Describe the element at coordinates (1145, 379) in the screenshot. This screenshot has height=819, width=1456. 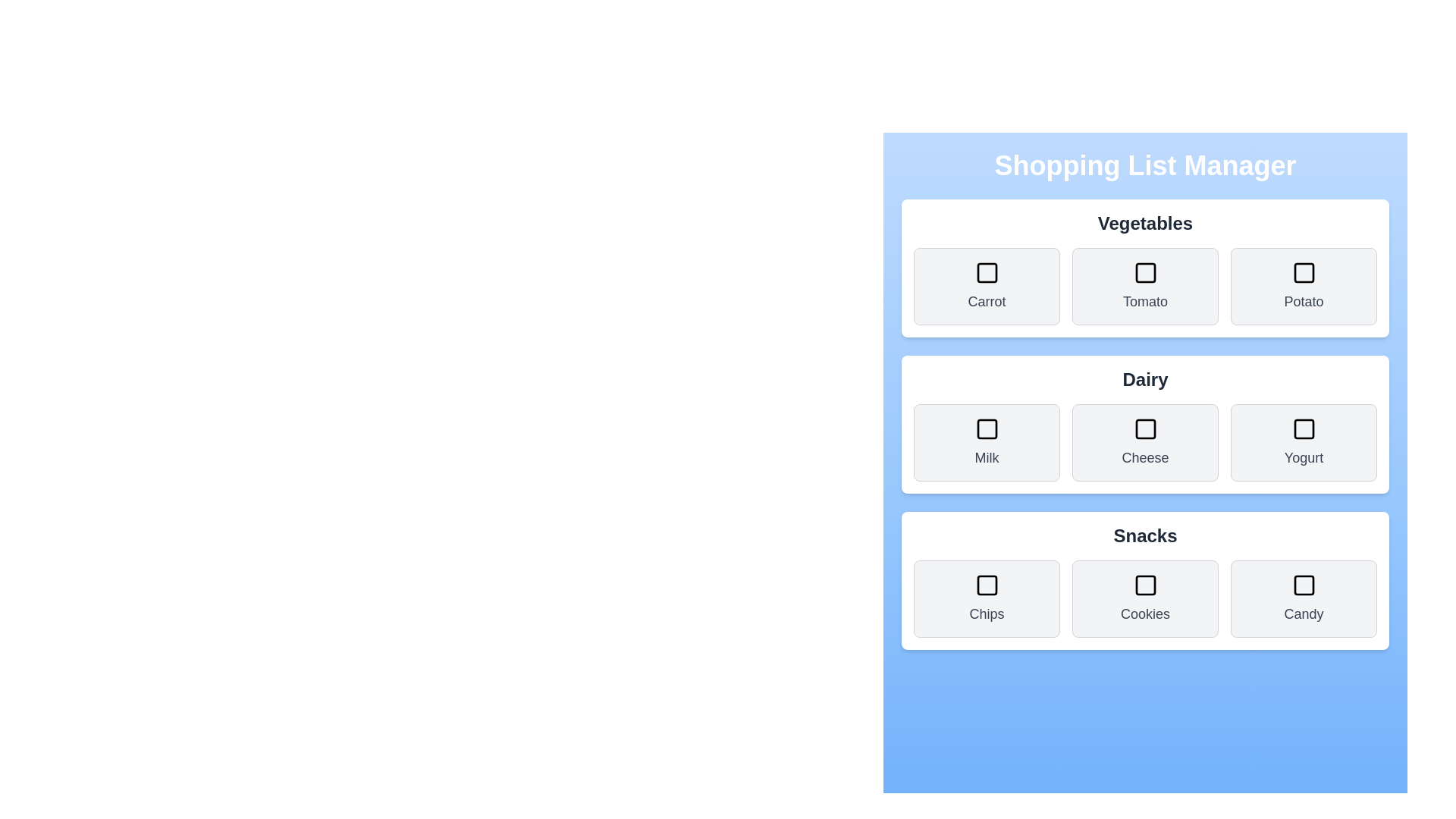
I see `the category title of the section Dairy` at that location.